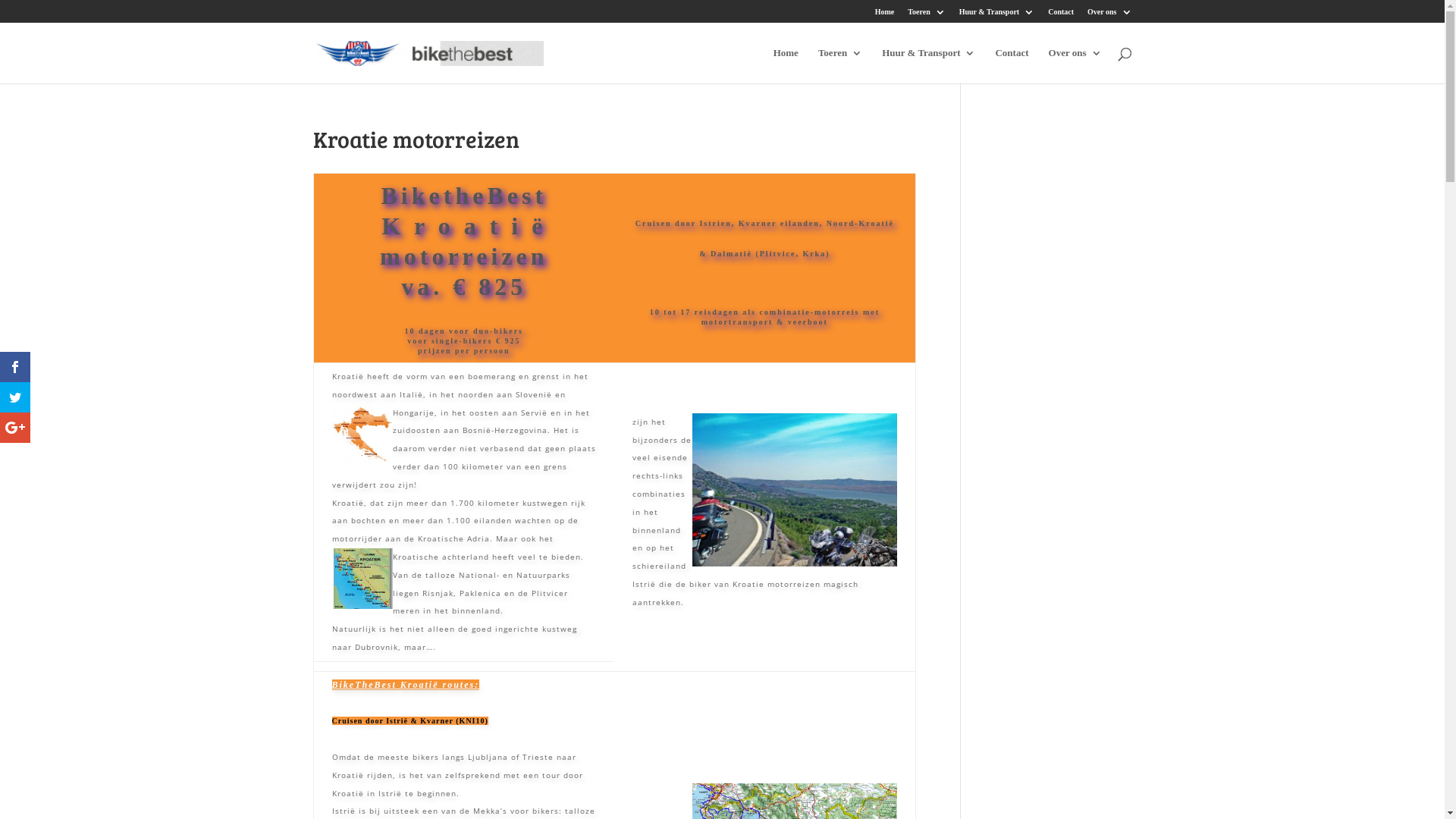 This screenshot has height=819, width=1456. I want to click on 'Home', so click(786, 64).